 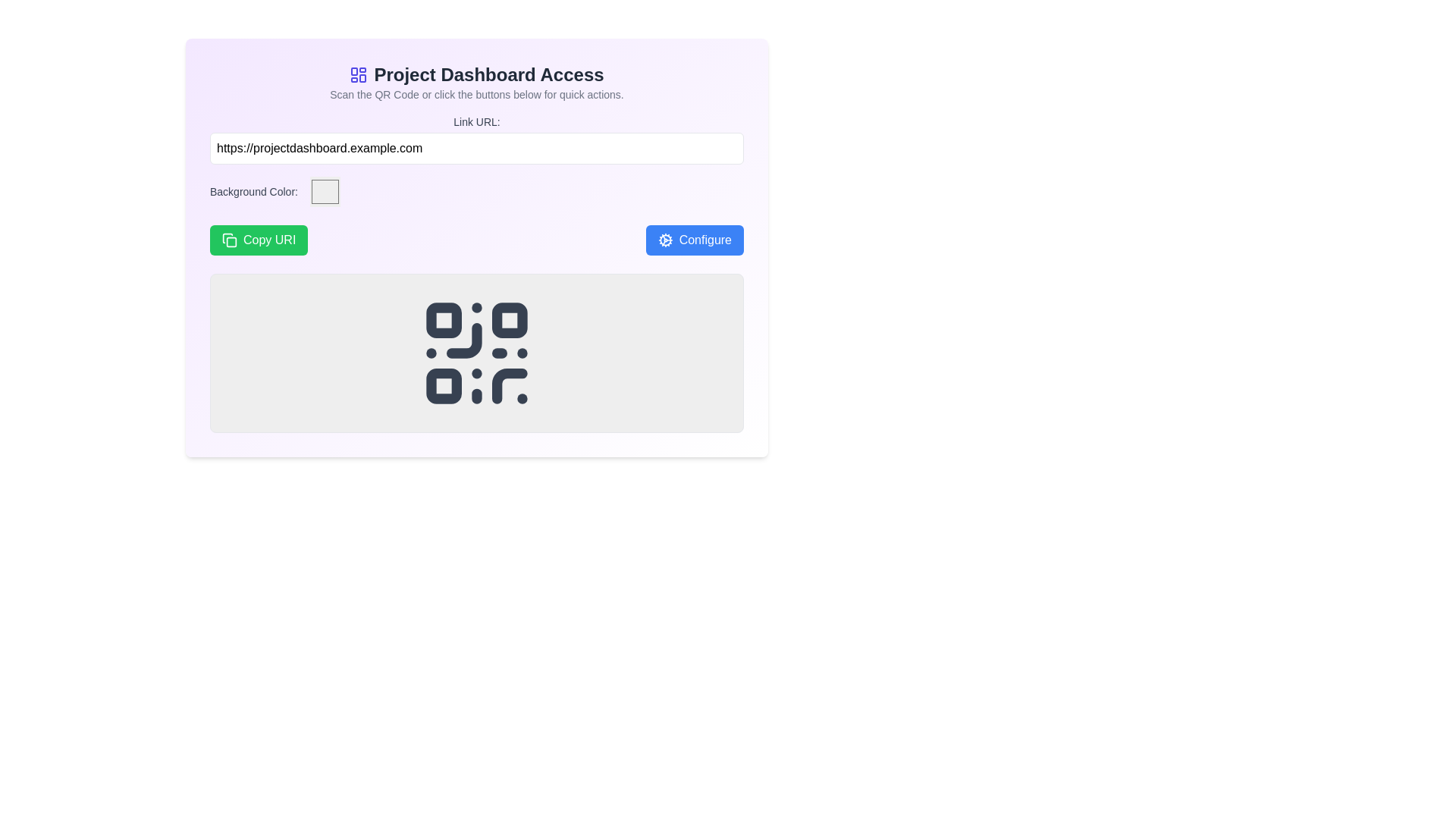 I want to click on the decorative SVG-based icon located to the left of the 'Project Dashboard Access' text in the header section, so click(x=358, y=75).